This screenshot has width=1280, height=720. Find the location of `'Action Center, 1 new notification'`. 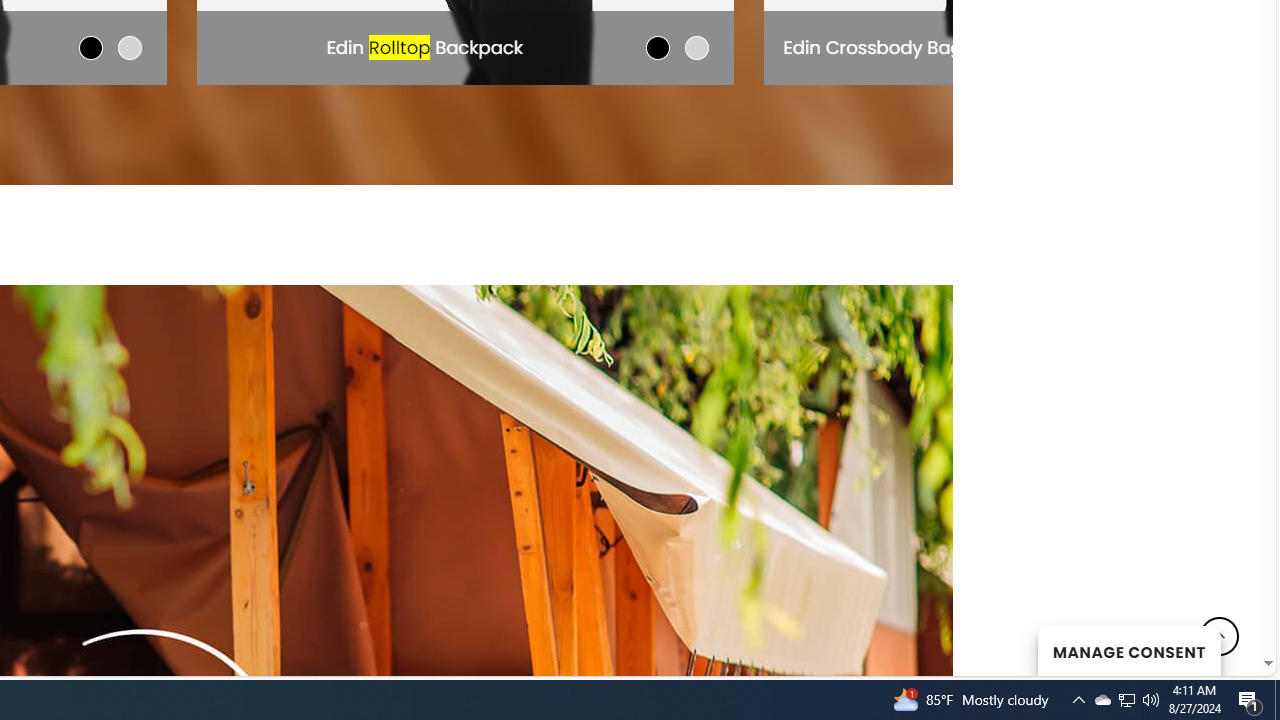

'Action Center, 1 new notification' is located at coordinates (1250, 698).